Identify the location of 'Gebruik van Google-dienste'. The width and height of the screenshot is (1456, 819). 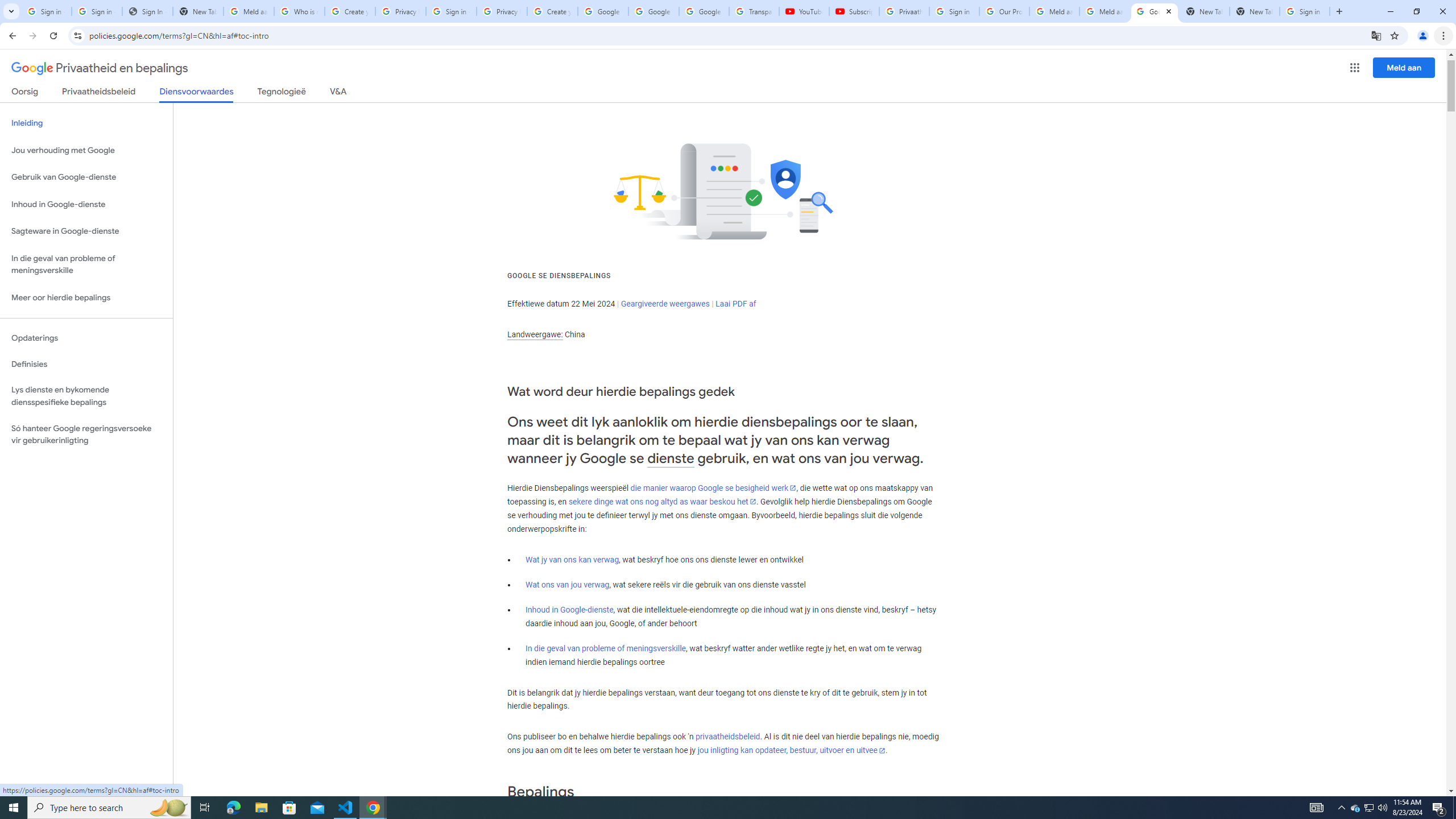
(86, 176).